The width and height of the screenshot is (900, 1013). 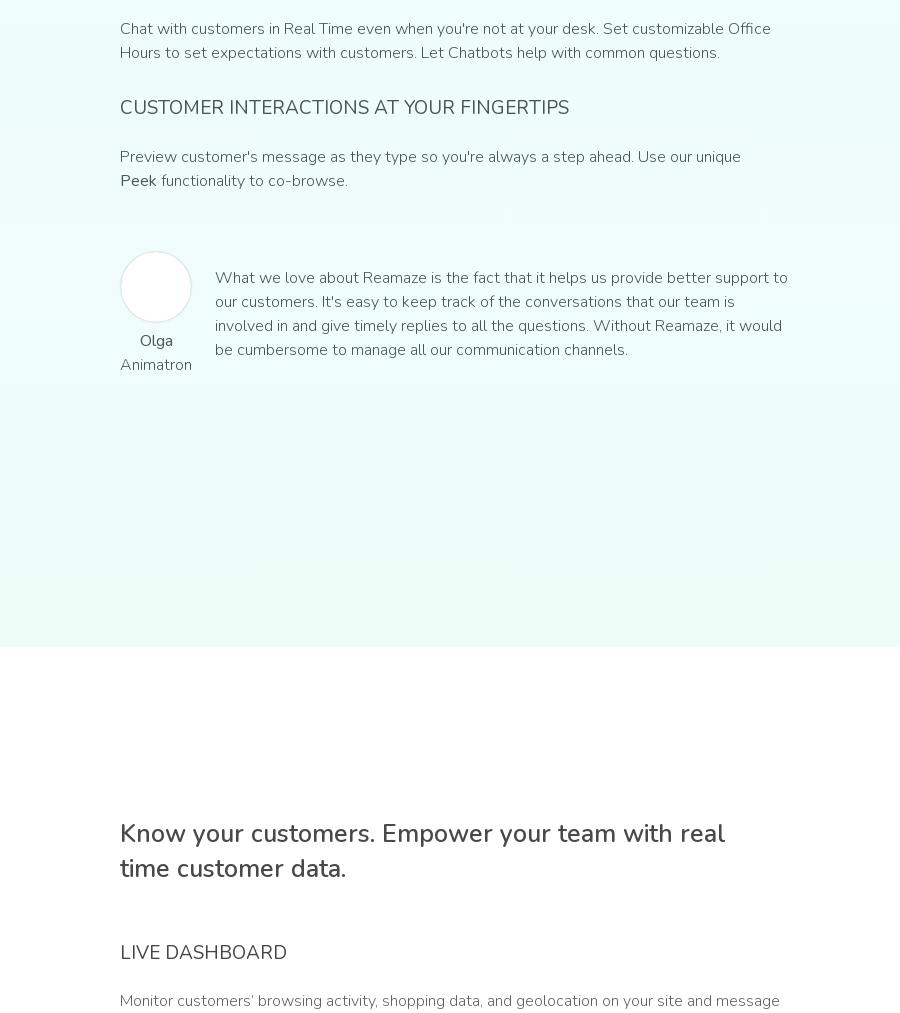 I want to click on 'Live Dashboard', so click(x=203, y=952).